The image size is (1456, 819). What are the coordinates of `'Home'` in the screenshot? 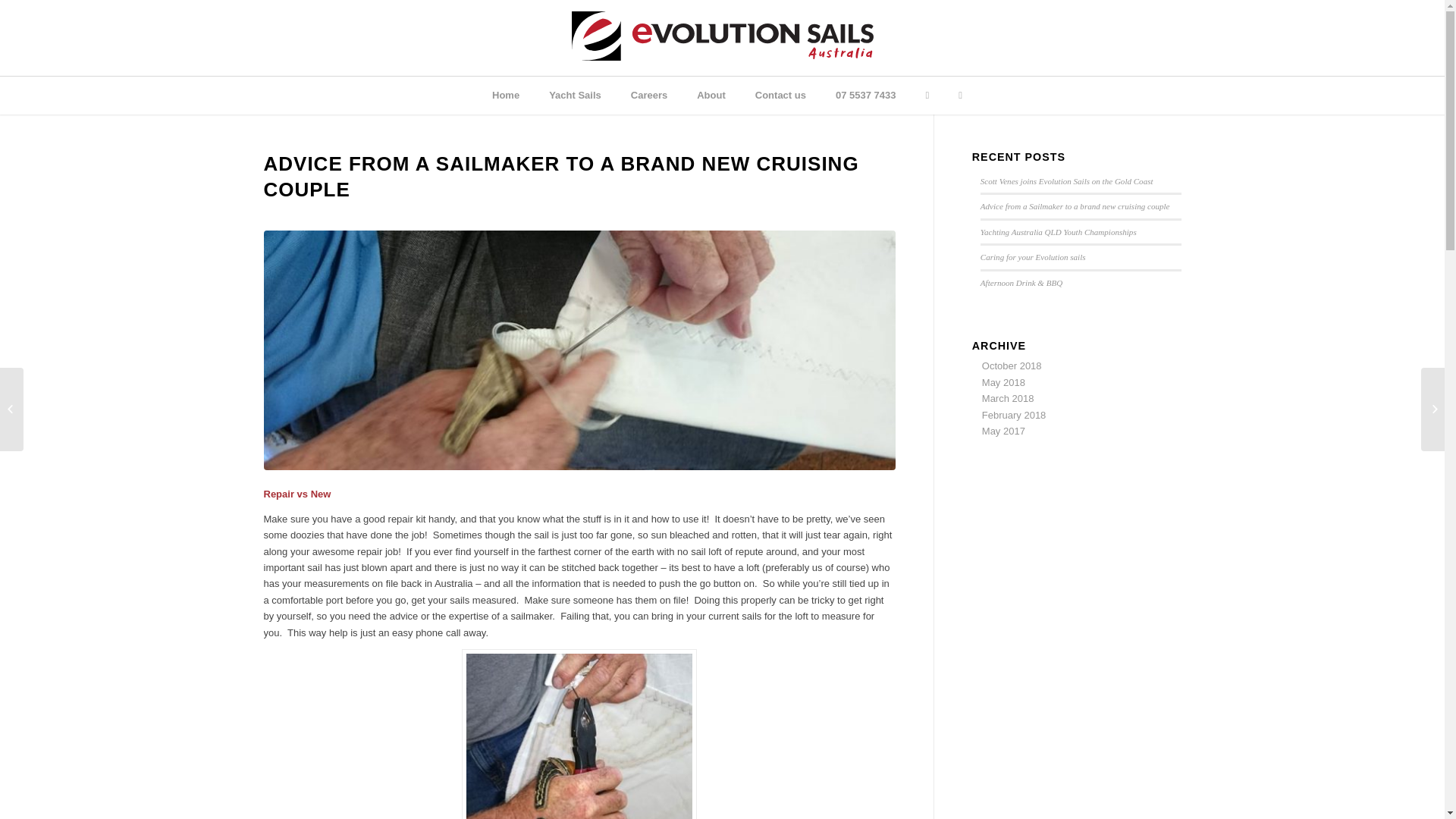 It's located at (481, 96).